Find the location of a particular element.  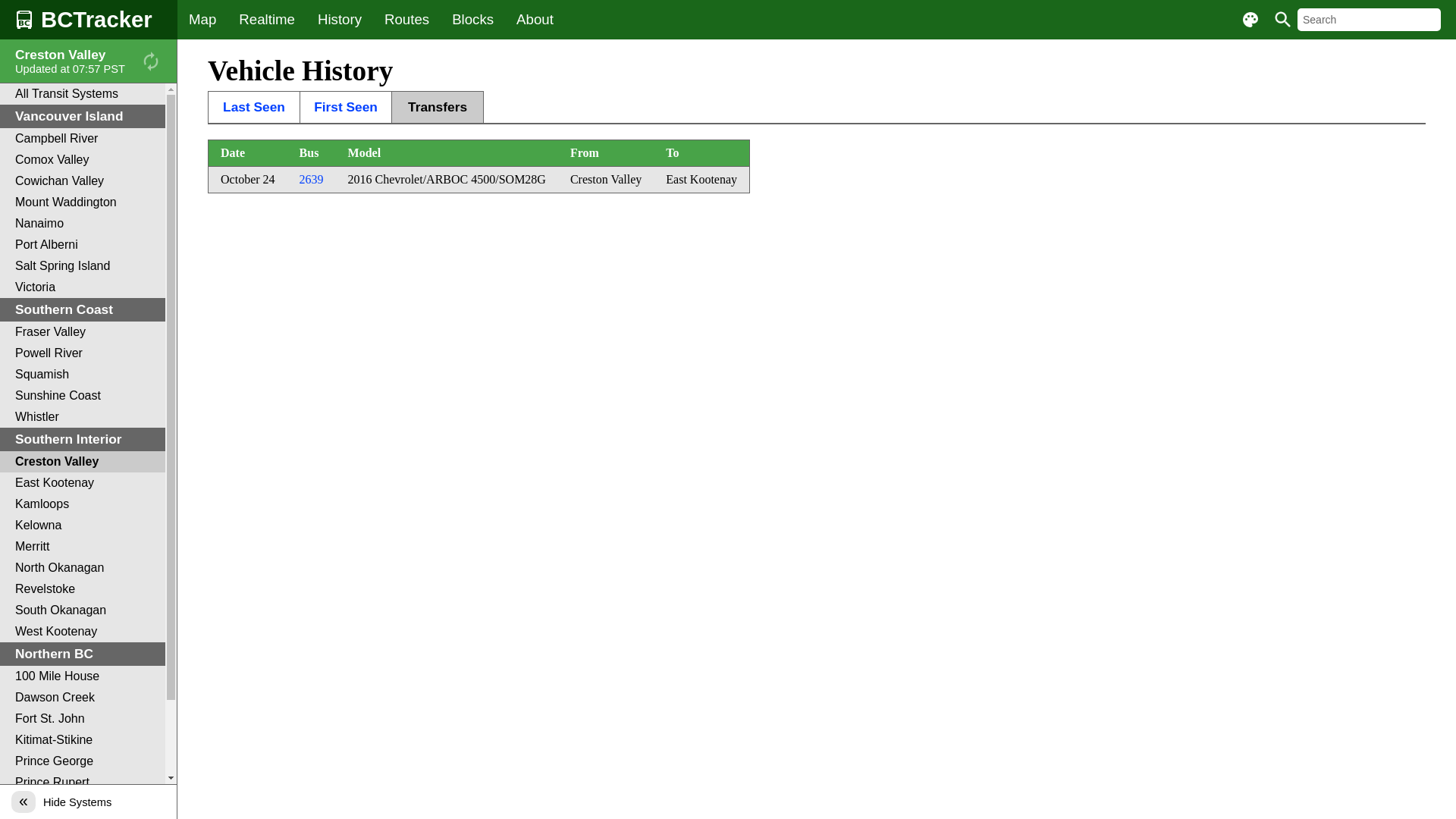

'Comox Valley' is located at coordinates (0, 160).